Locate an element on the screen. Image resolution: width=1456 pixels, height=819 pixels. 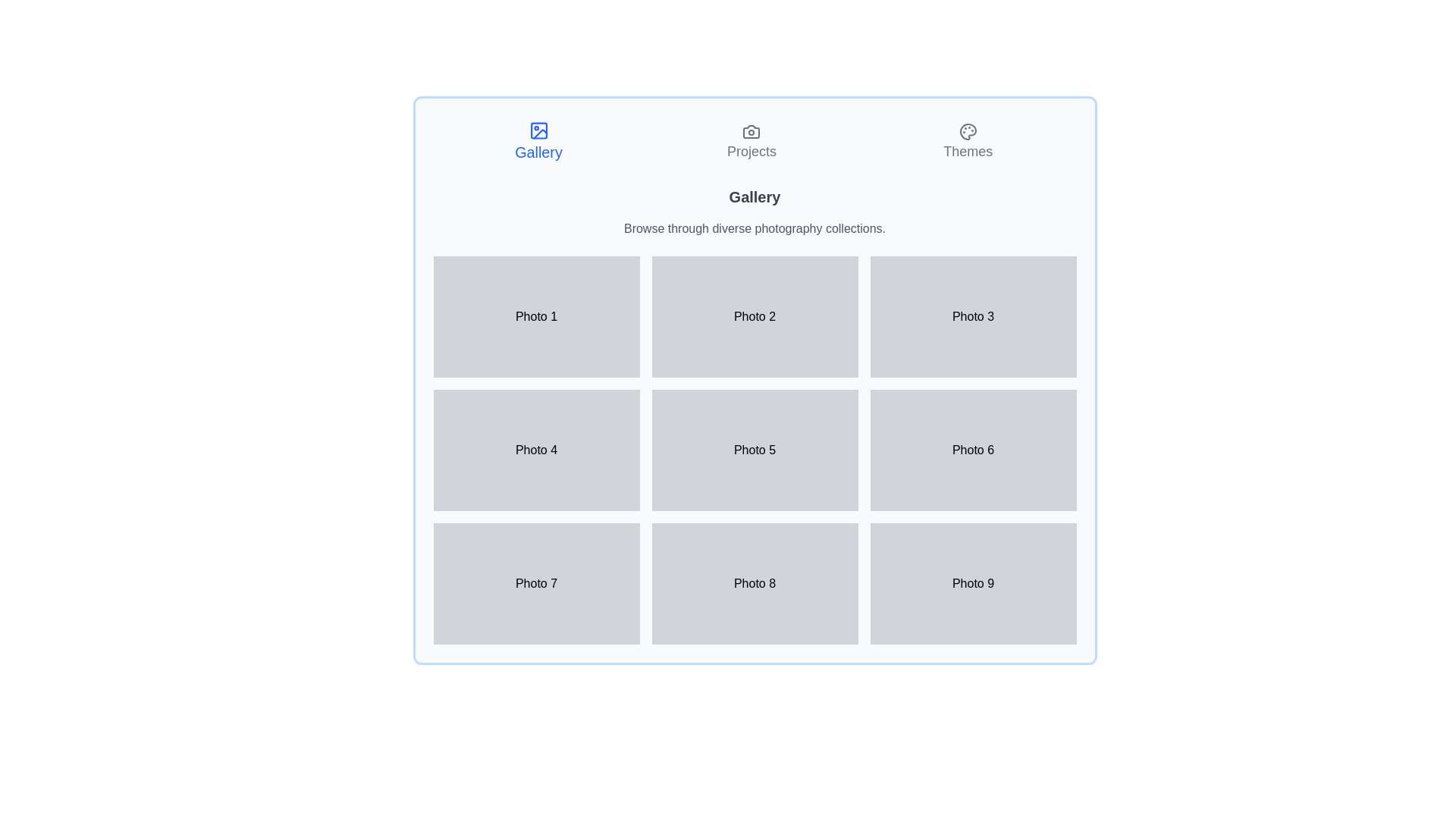
the 'Themes' text label in the top navigation bar is located at coordinates (967, 152).